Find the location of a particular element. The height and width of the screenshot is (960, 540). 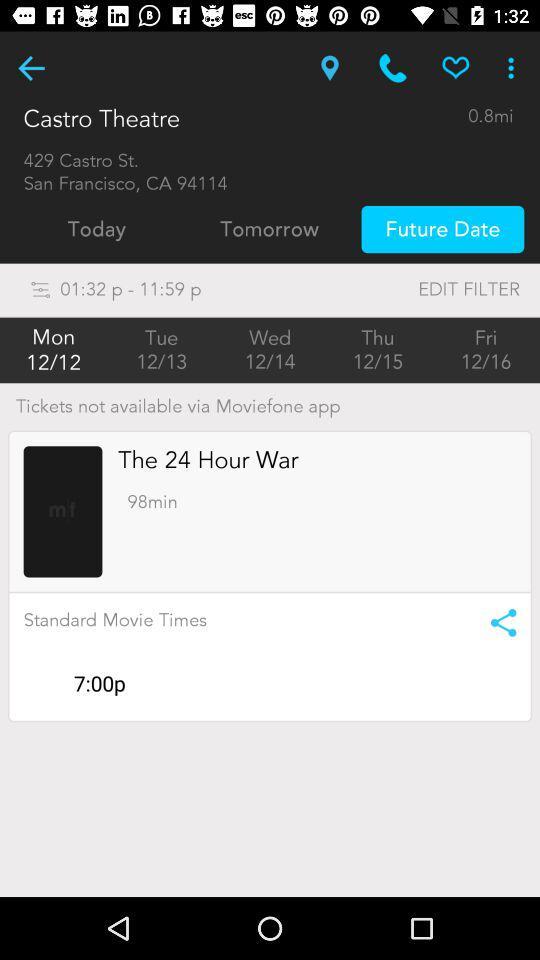

the 24 hour item is located at coordinates (207, 460).